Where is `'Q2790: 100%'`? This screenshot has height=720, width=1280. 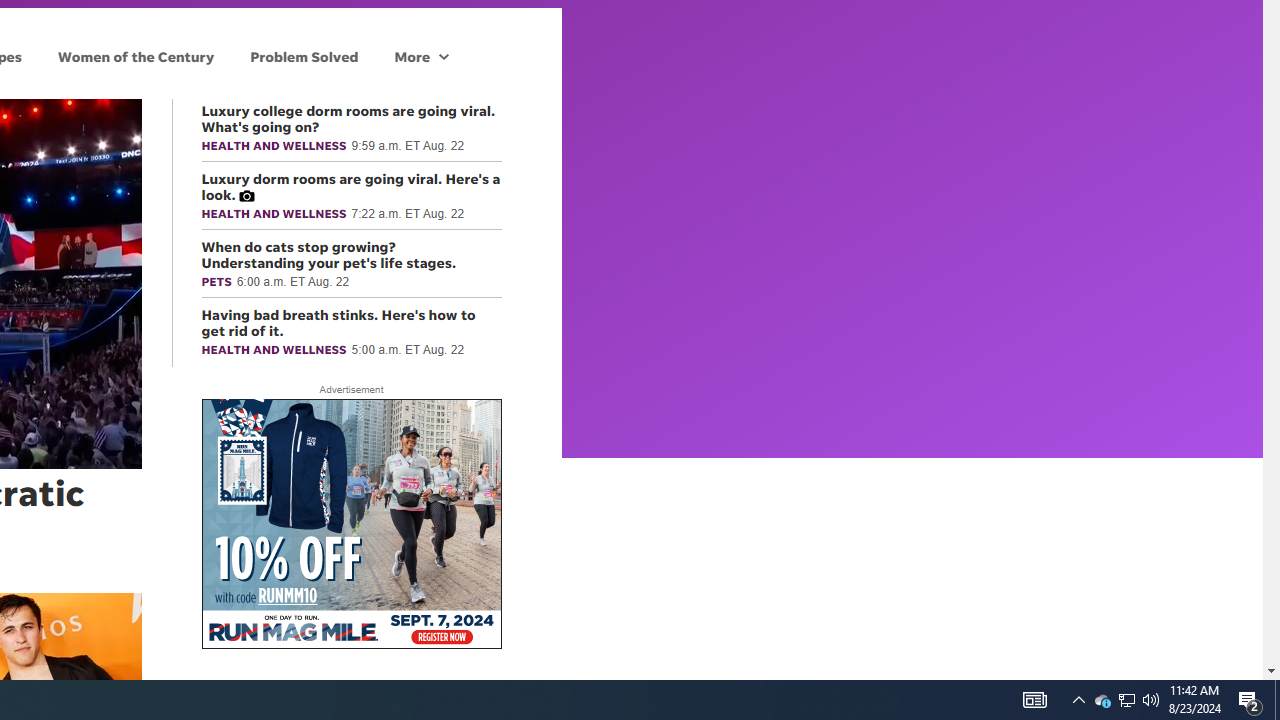
'Q2790: 100%' is located at coordinates (1127, 698).